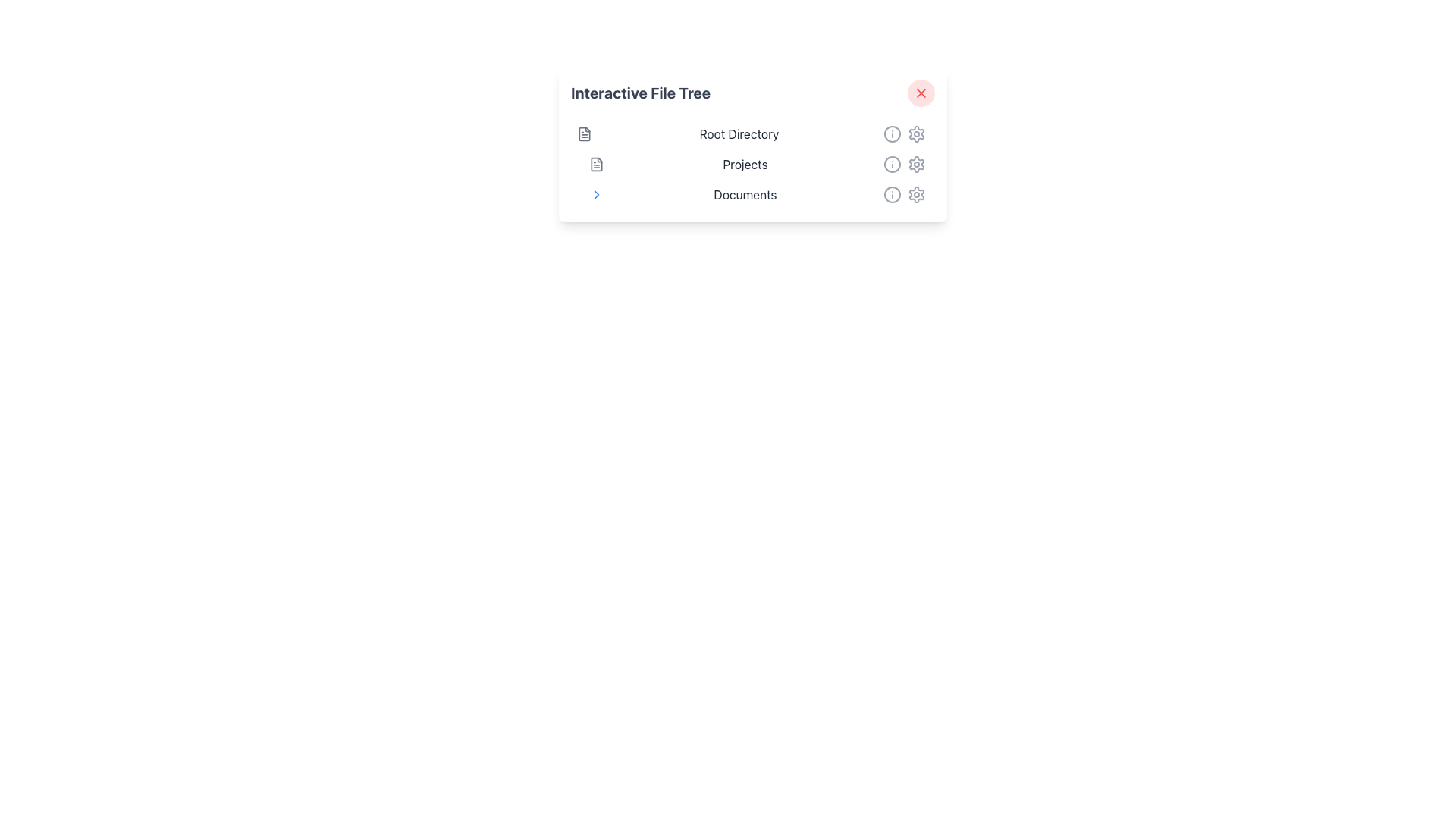 The width and height of the screenshot is (1456, 819). I want to click on the gear-shaped icon button in the action area of the 'Root Directory' list item, which is metallic gray and changes color on hover, so click(916, 133).